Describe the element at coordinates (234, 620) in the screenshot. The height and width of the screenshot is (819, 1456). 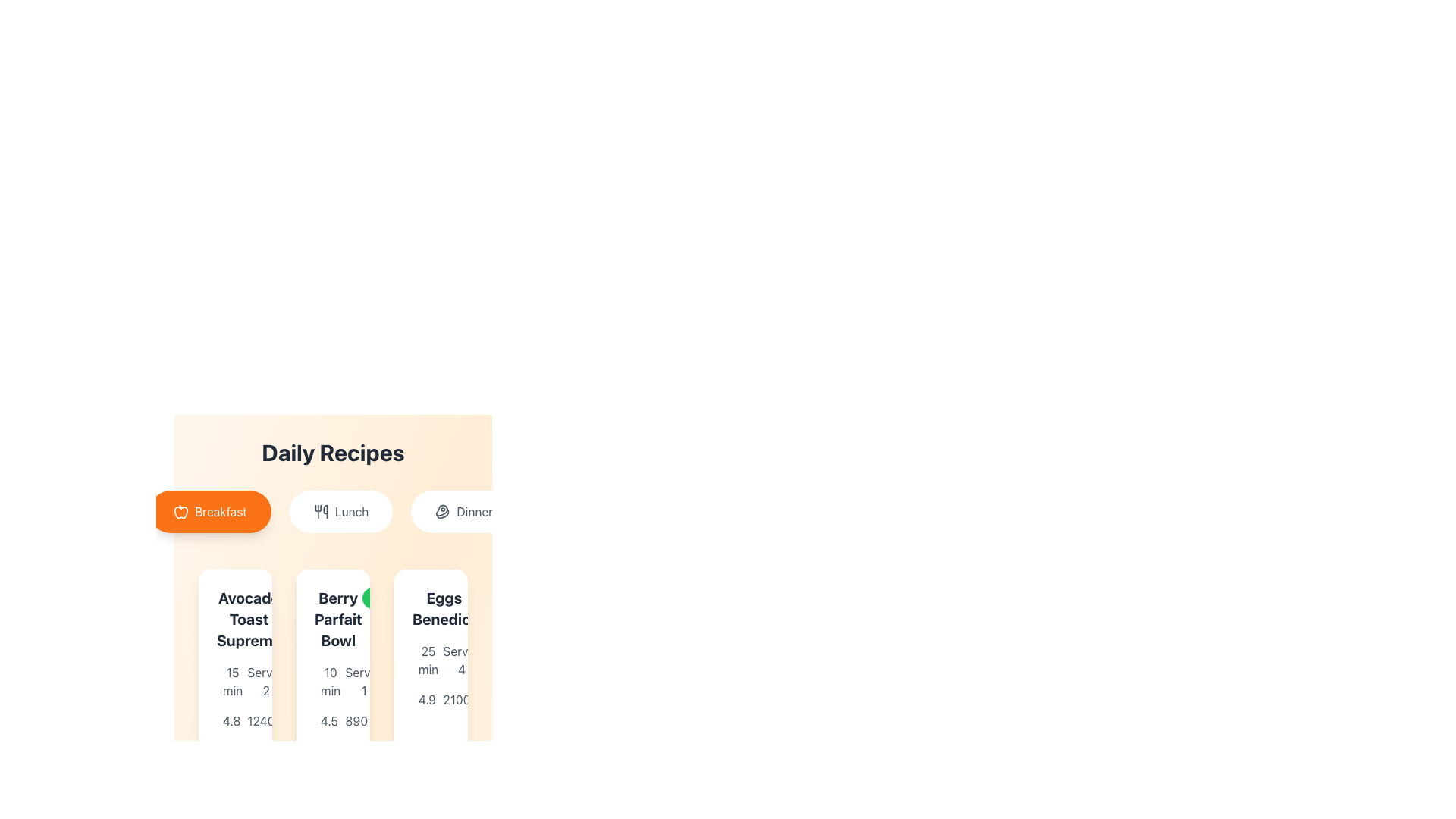
I see `the text block displaying 'Avocado Toast Supreme' with a green background and rounded edges, located in the 'Daily Recipes' section below the 'Breakfast' button` at that location.